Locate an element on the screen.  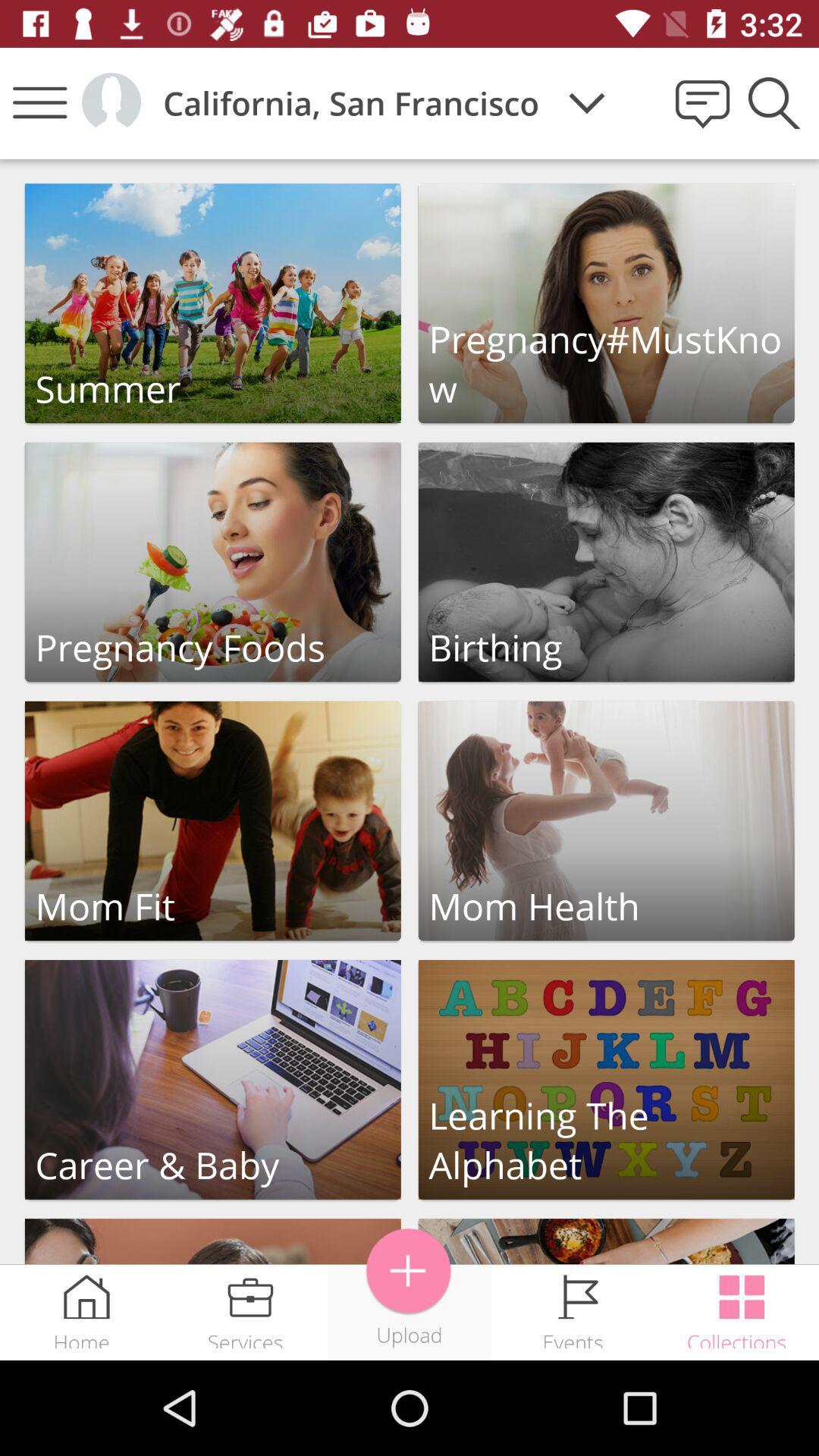
the option is located at coordinates (212, 1078).